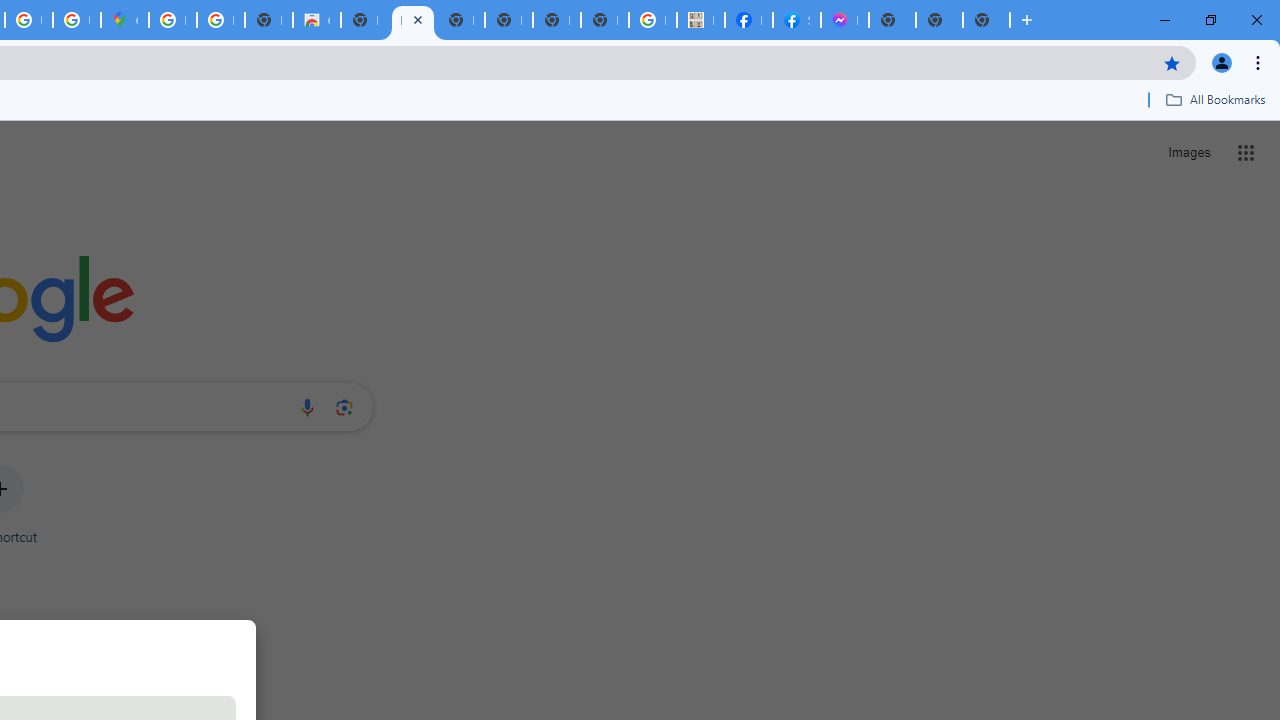  Describe the element at coordinates (844, 20) in the screenshot. I see `'Messenger'` at that location.